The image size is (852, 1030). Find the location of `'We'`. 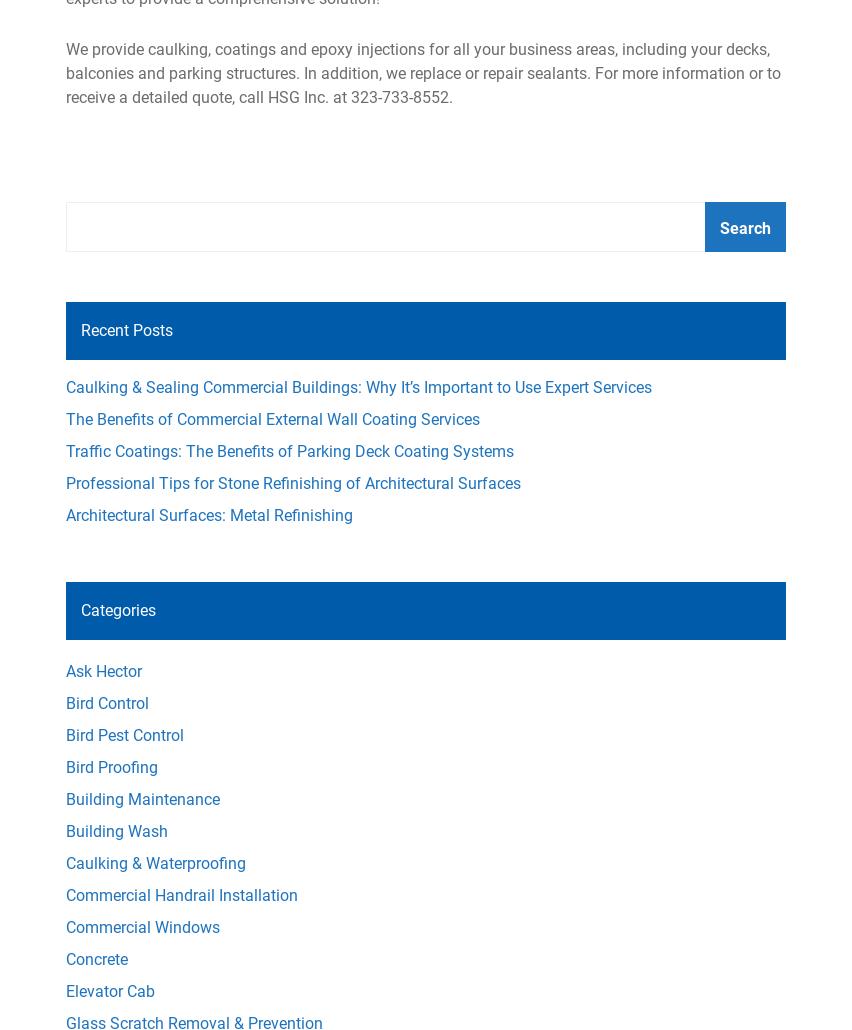

'We' is located at coordinates (77, 48).